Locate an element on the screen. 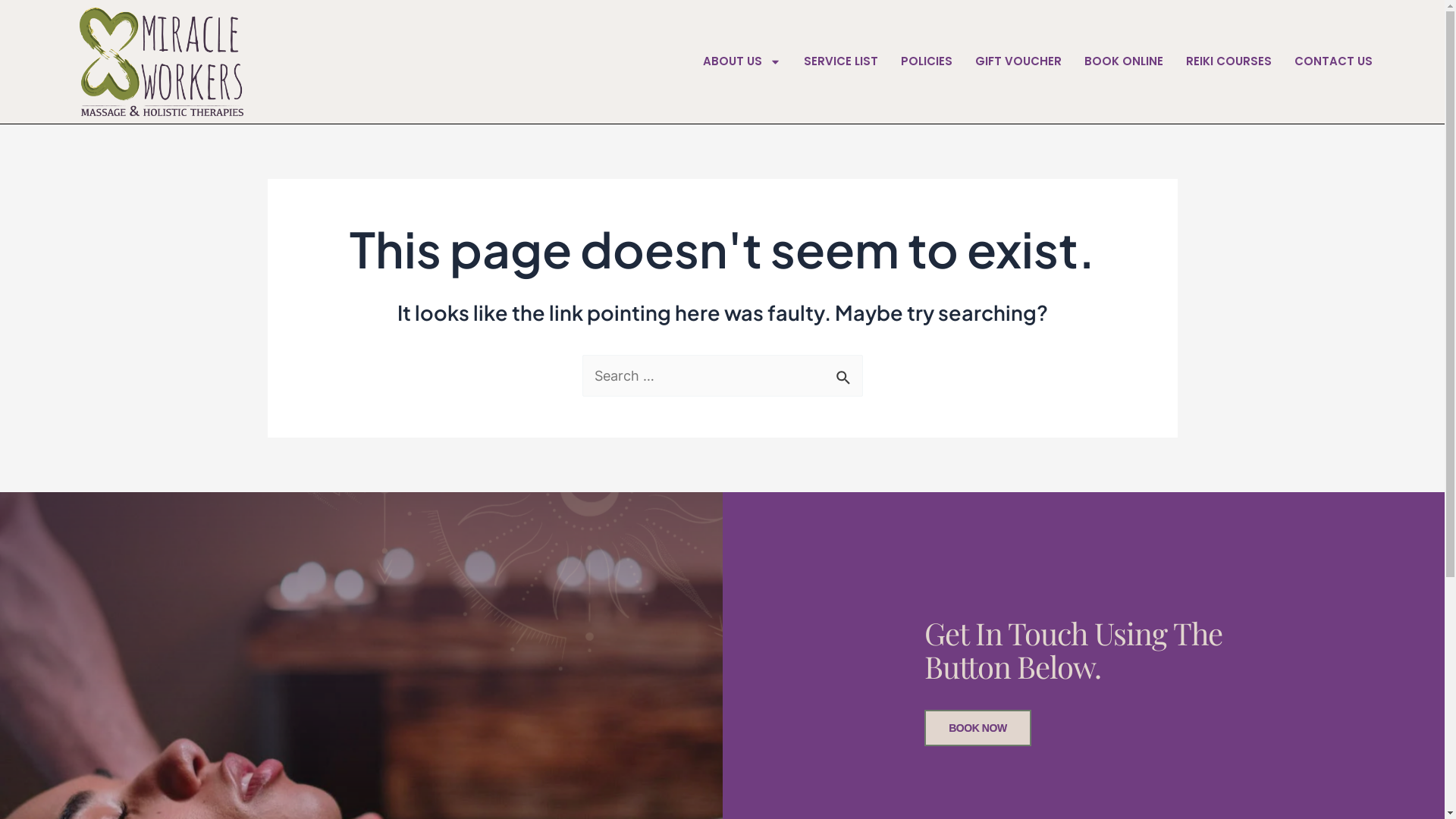  'REIKI COURSES' is located at coordinates (1228, 61).